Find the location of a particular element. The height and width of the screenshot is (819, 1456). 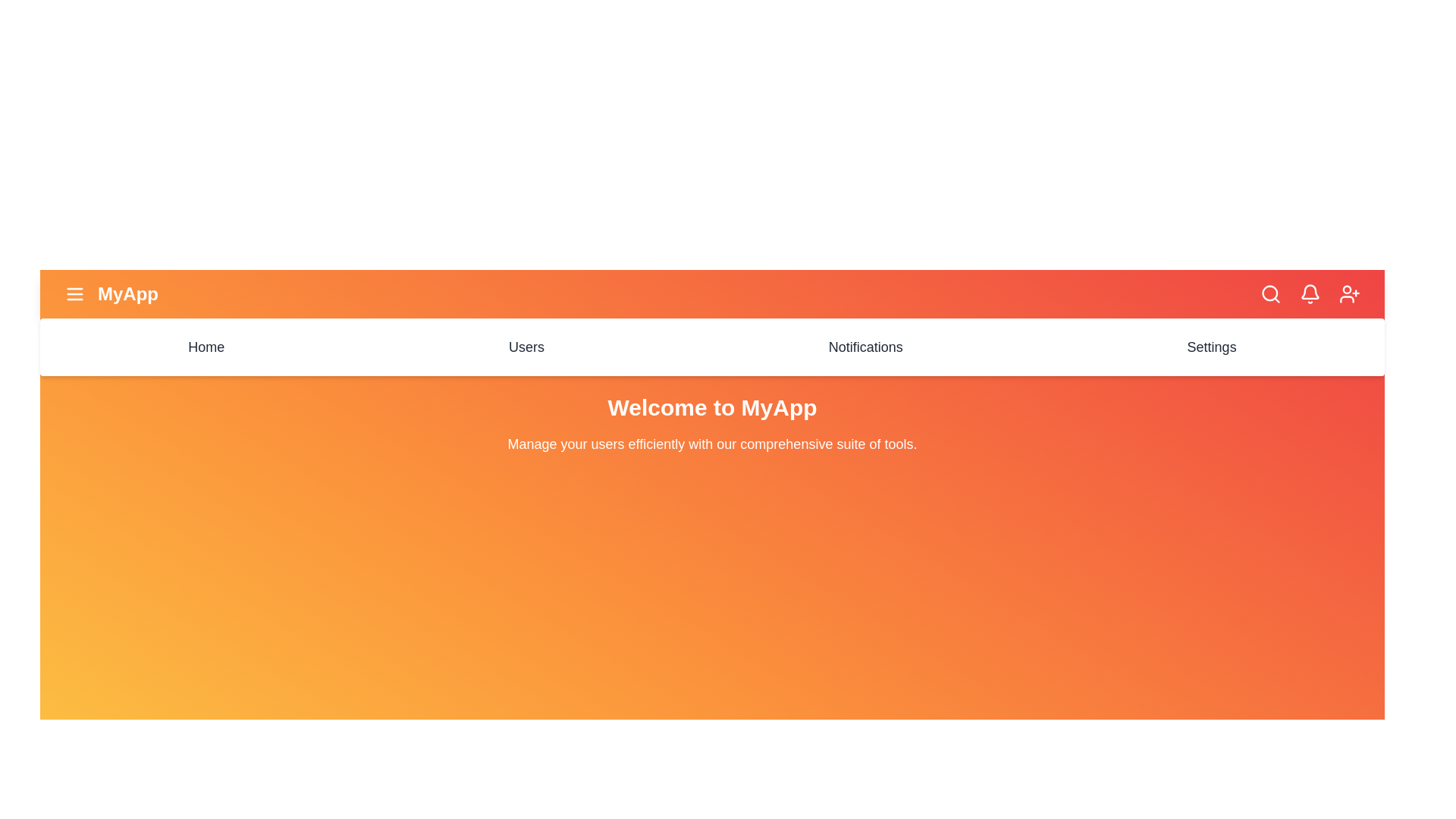

the menu item Home is located at coordinates (206, 347).